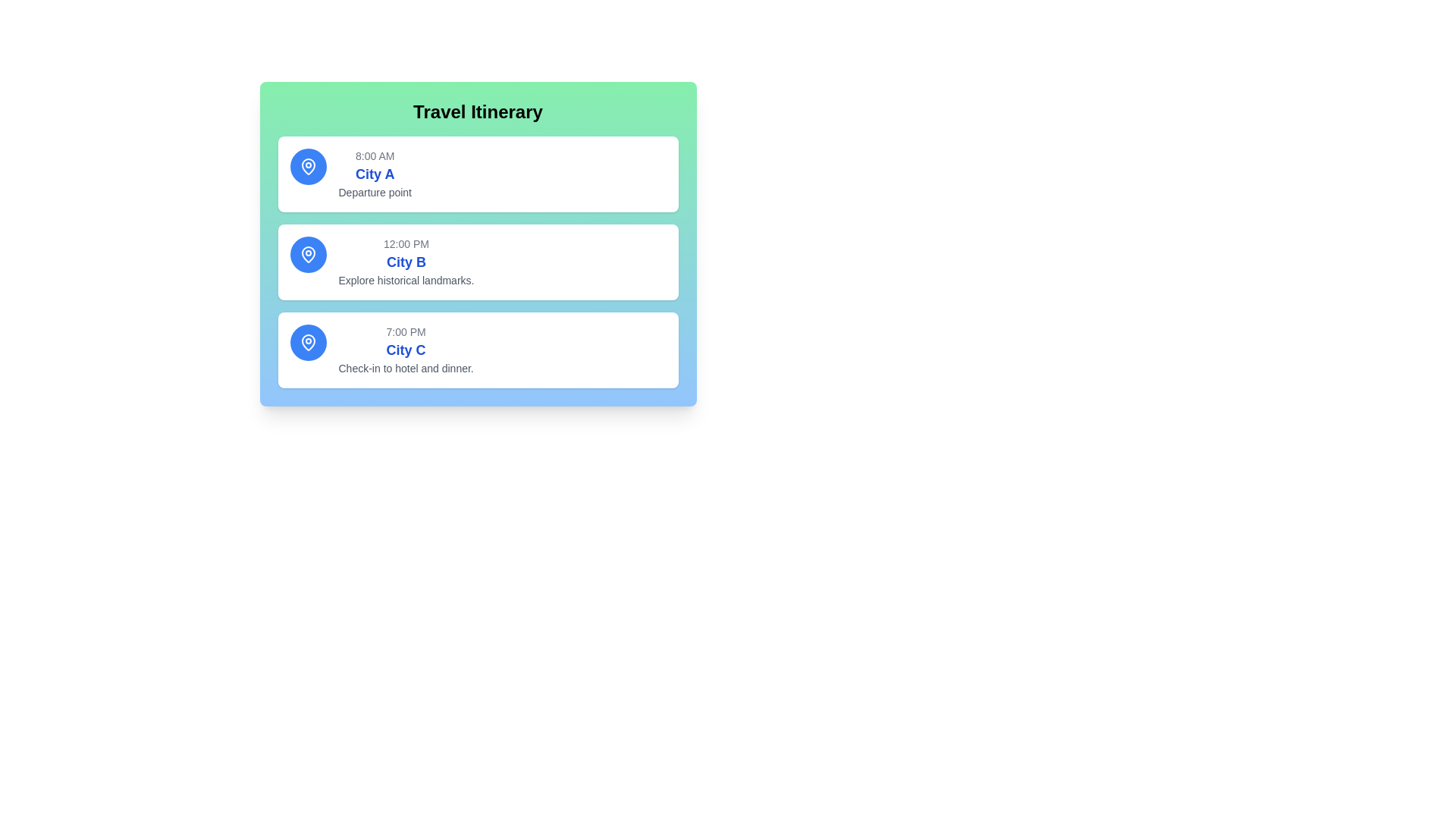 Image resolution: width=1456 pixels, height=819 pixels. What do you see at coordinates (406, 281) in the screenshot?
I see `the text element that provides a description related to the 'City B' itinerary, positioned below 'City B'` at bounding box center [406, 281].